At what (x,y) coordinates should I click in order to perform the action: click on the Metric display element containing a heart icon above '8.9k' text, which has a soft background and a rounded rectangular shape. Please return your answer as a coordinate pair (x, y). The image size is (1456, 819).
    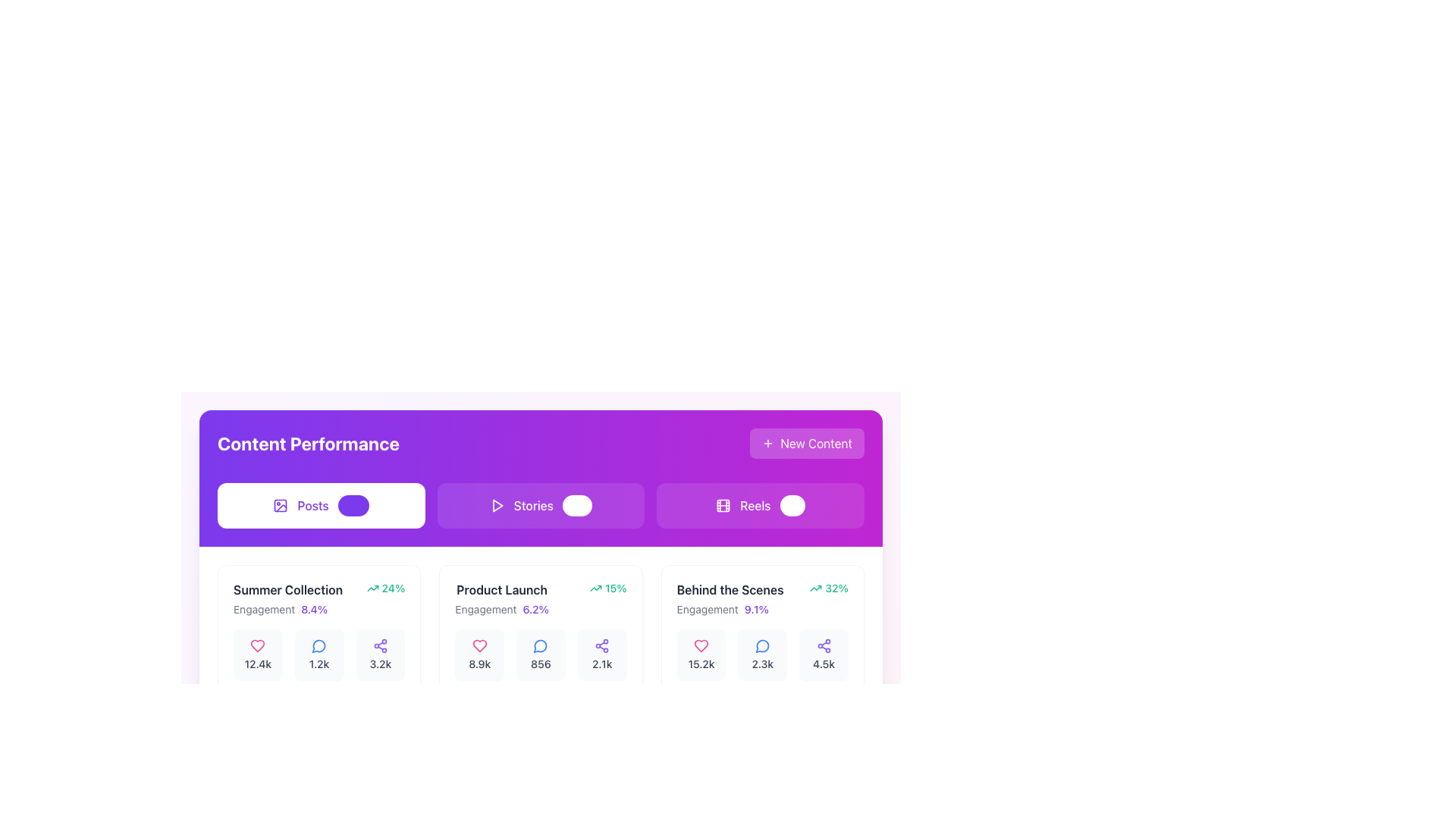
    Looking at the image, I should click on (479, 654).